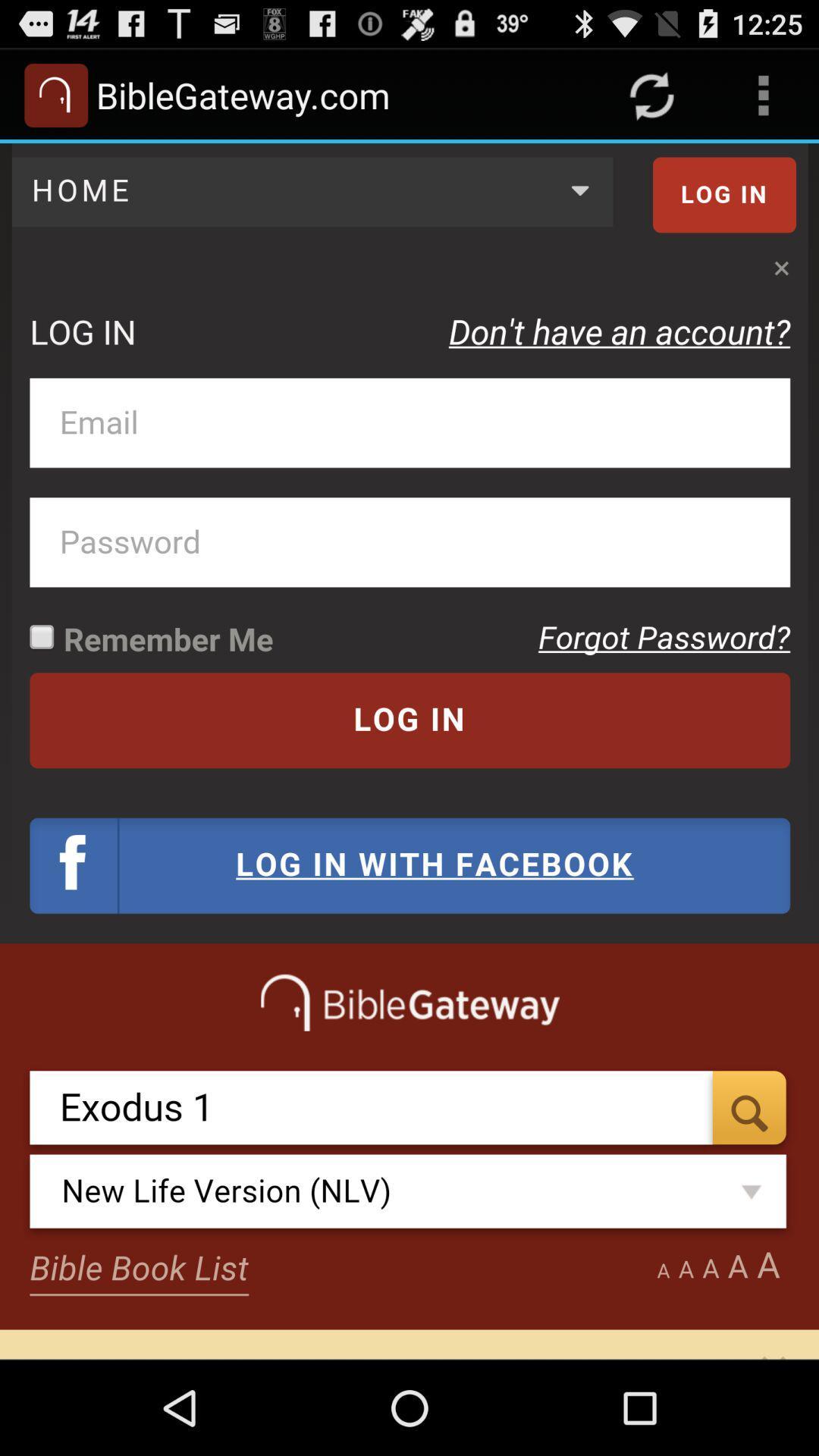 Image resolution: width=819 pixels, height=1456 pixels. Describe the element at coordinates (409, 751) in the screenshot. I see `fill in the forms and log in` at that location.